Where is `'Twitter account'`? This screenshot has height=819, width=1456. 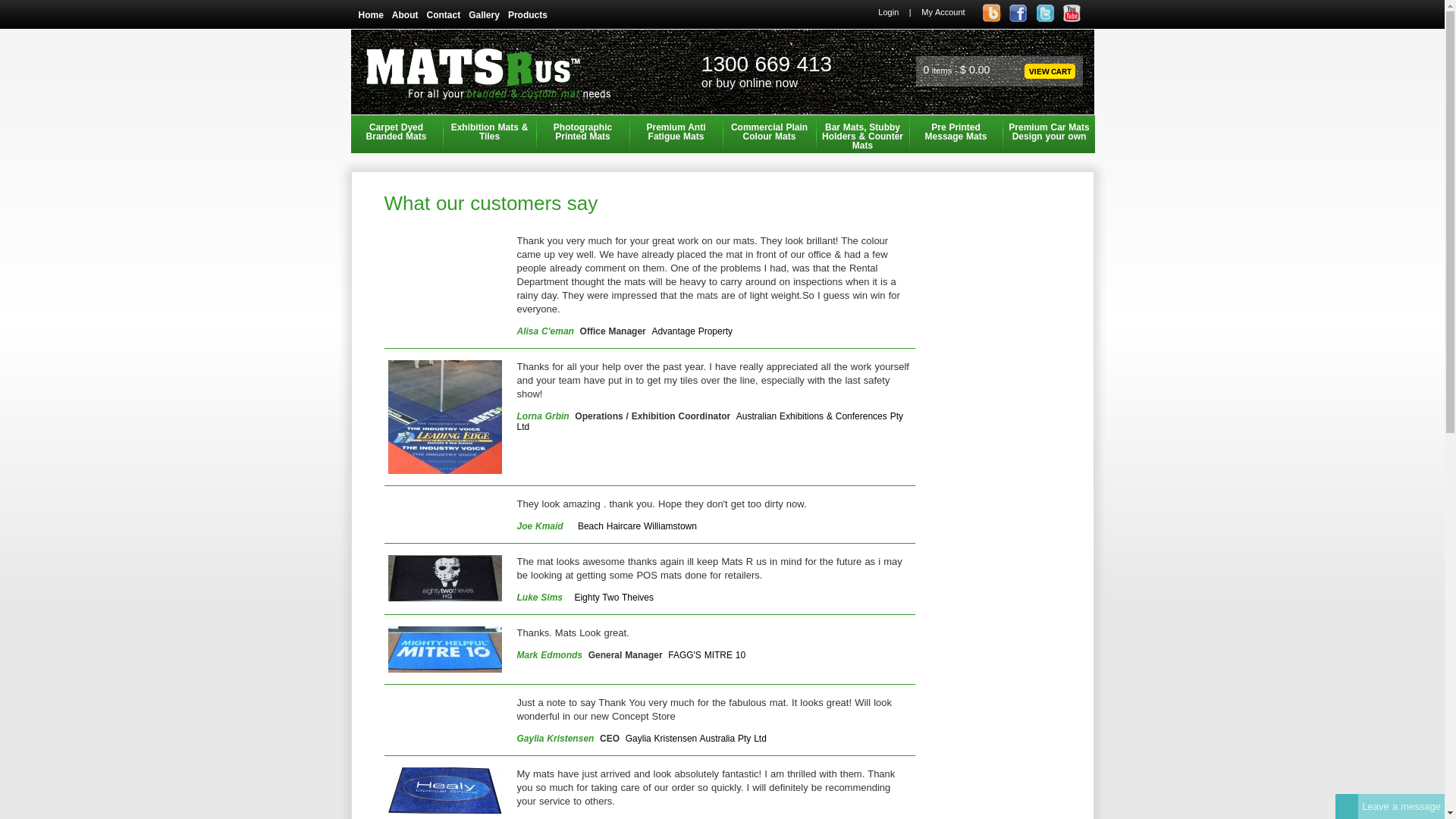 'Twitter account' is located at coordinates (1043, 20).